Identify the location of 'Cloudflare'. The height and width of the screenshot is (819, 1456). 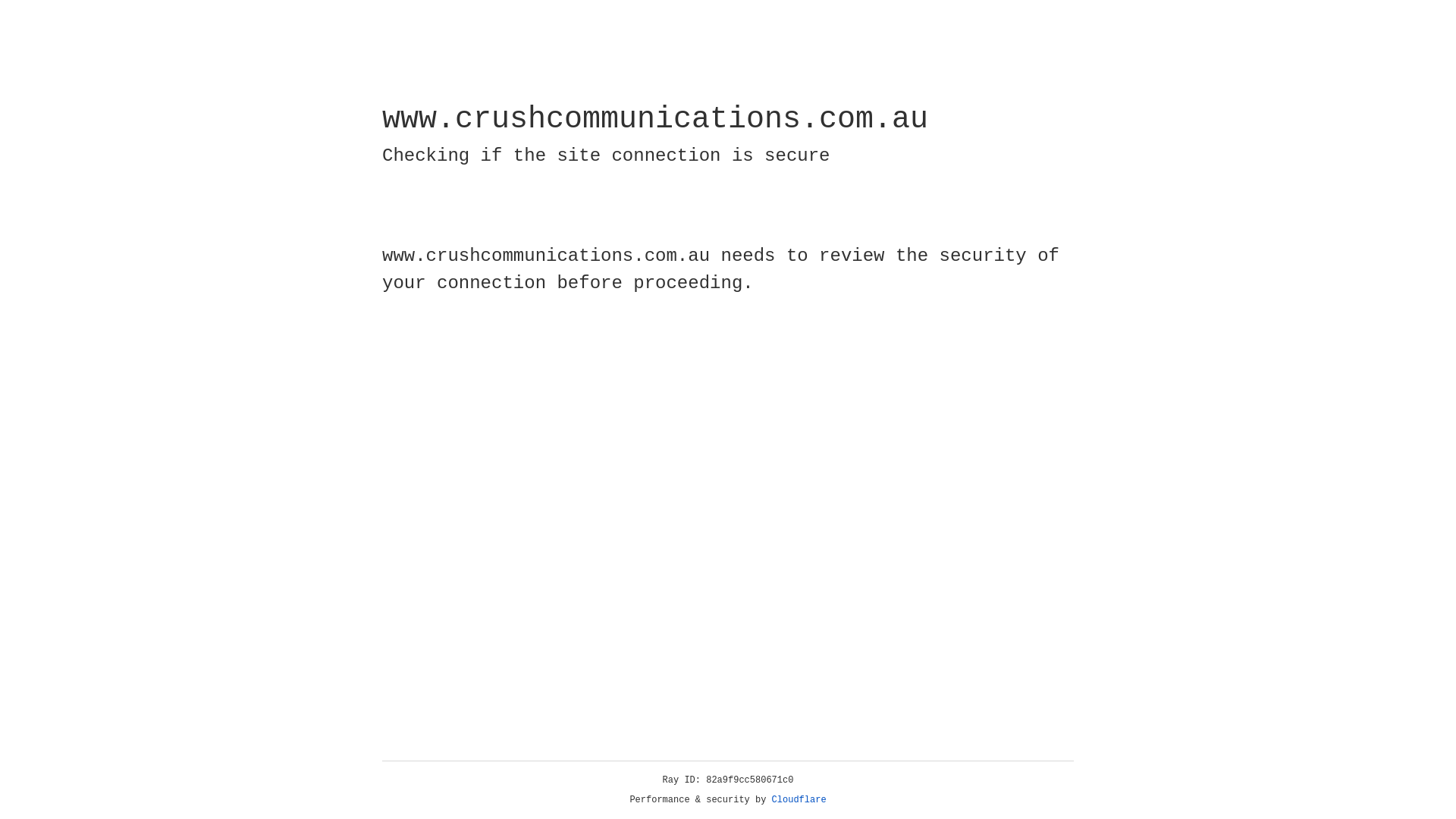
(799, 799).